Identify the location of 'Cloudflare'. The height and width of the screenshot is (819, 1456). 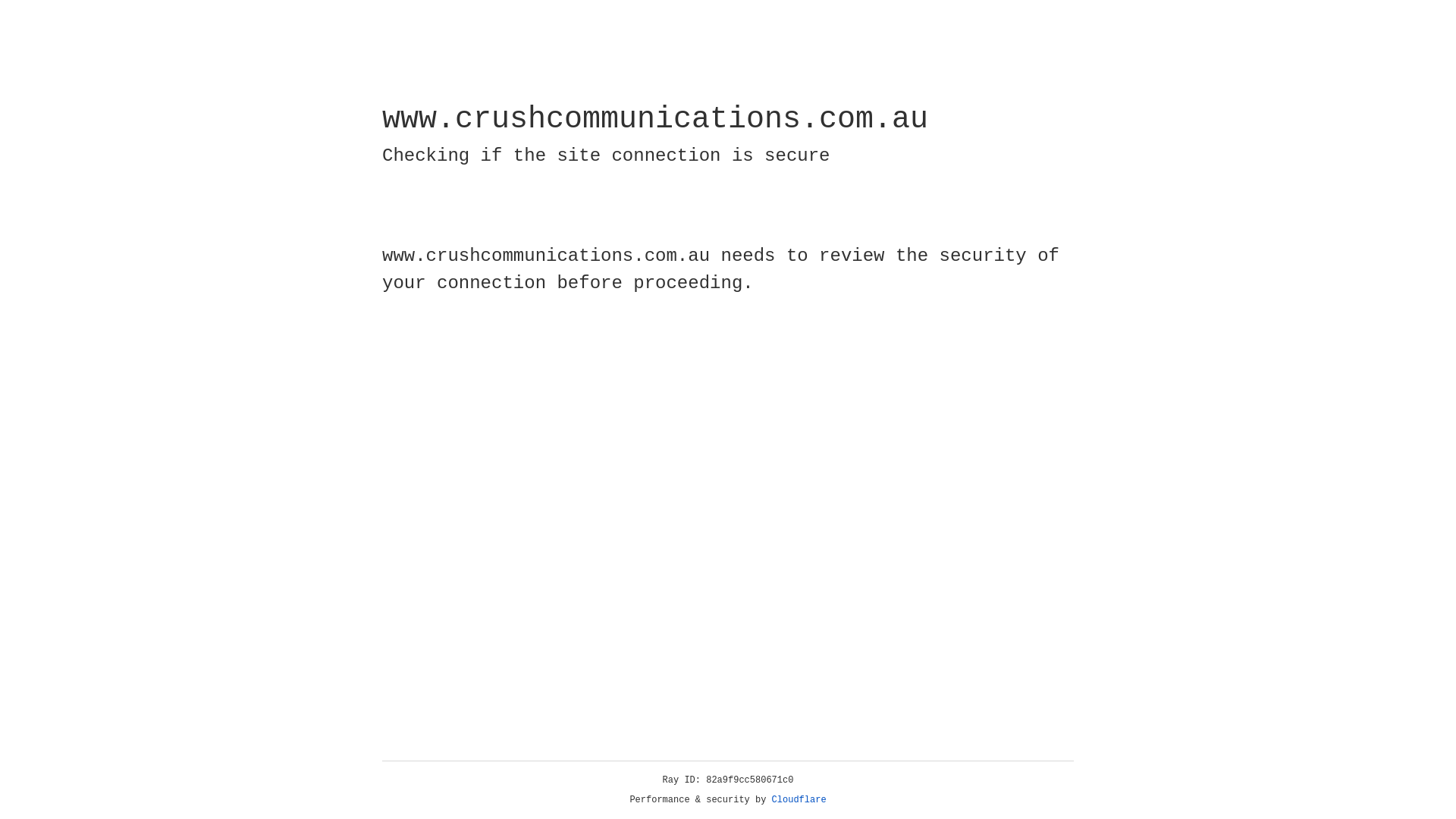
(799, 799).